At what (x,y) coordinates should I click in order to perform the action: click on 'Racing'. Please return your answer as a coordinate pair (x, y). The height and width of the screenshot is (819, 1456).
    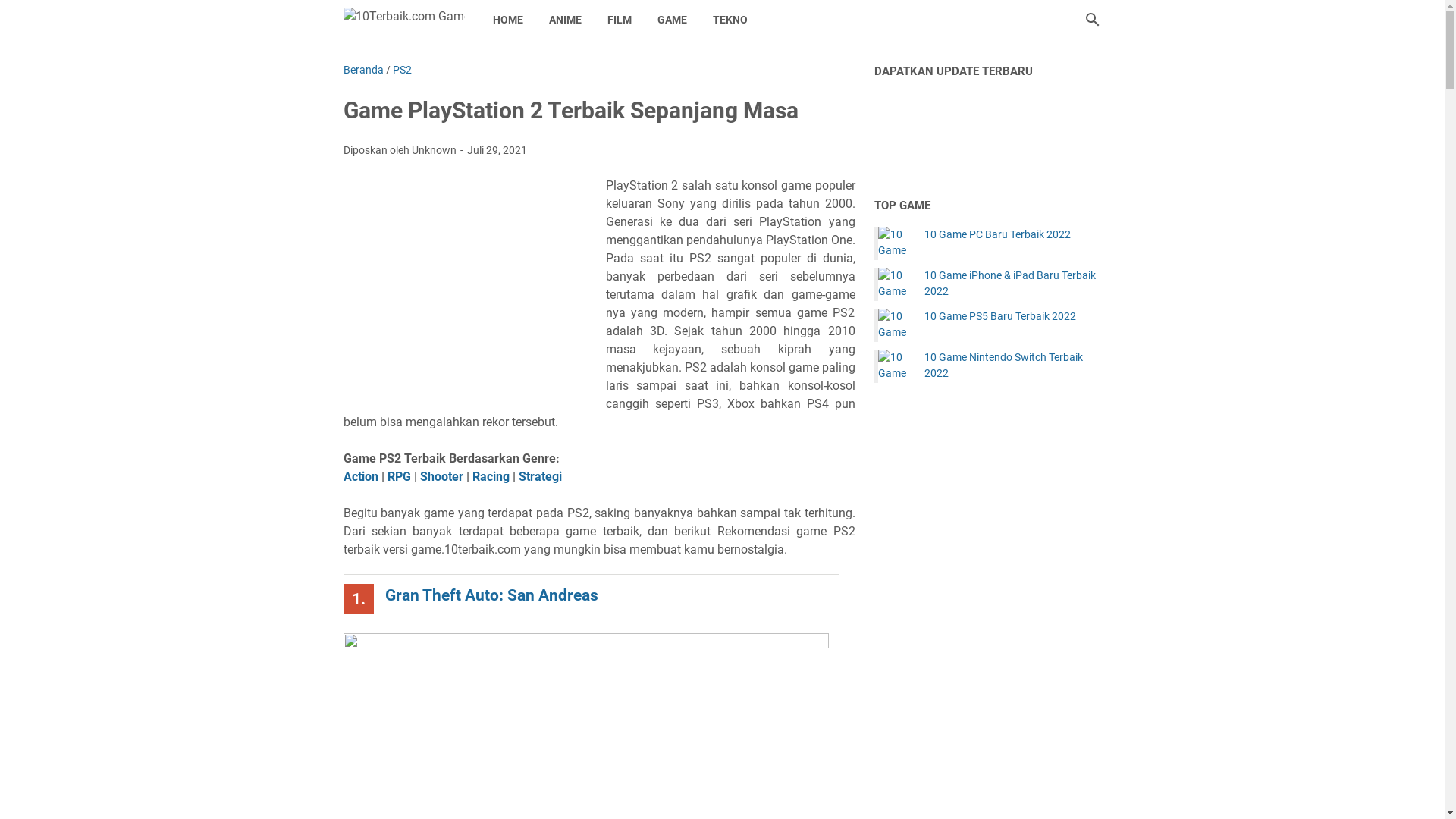
    Looking at the image, I should click on (490, 475).